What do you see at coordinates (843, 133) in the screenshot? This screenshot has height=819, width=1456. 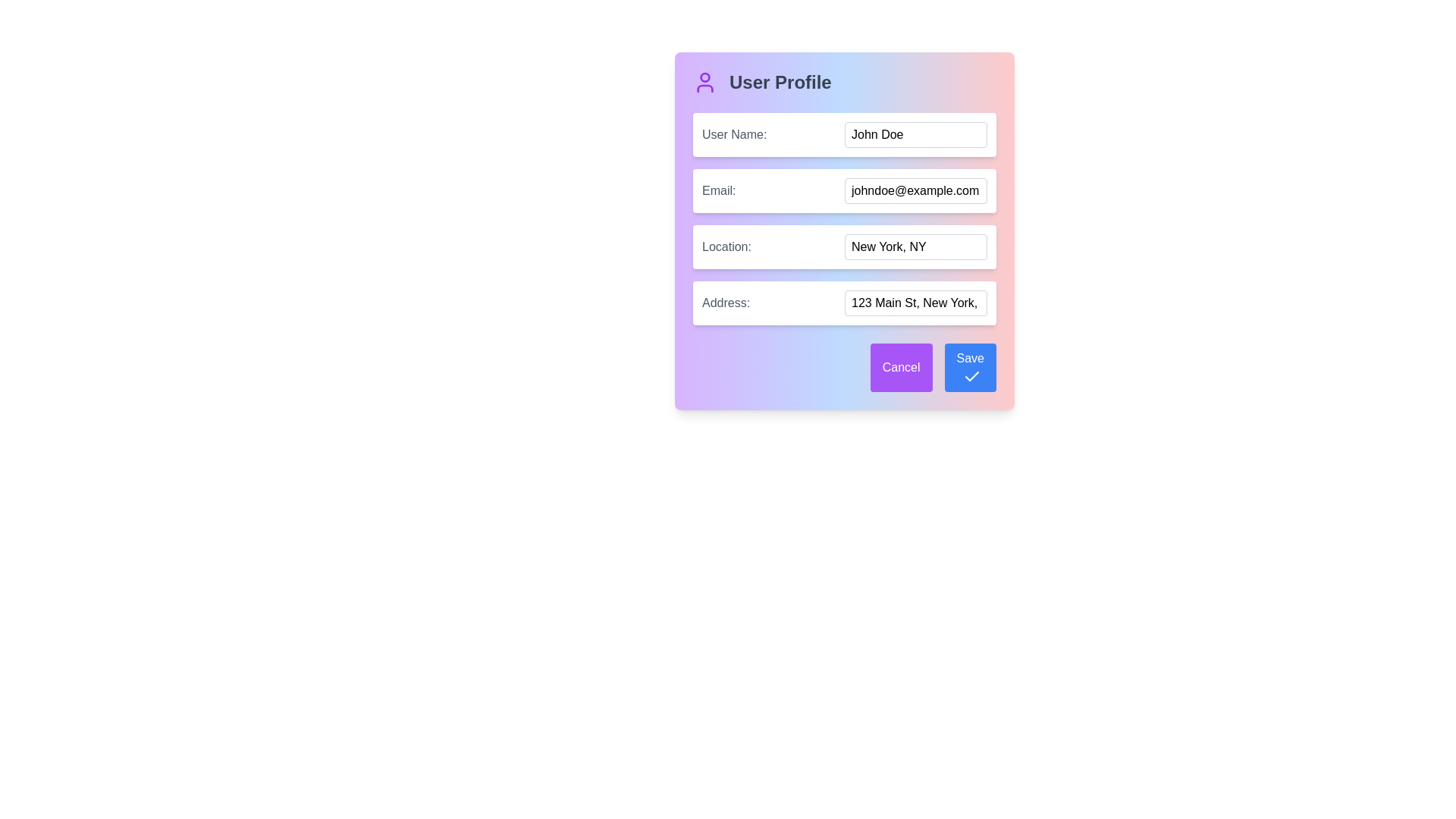 I see `the 'User Name' input field to focus on it, allowing the user to enter or modify the displayed name` at bounding box center [843, 133].